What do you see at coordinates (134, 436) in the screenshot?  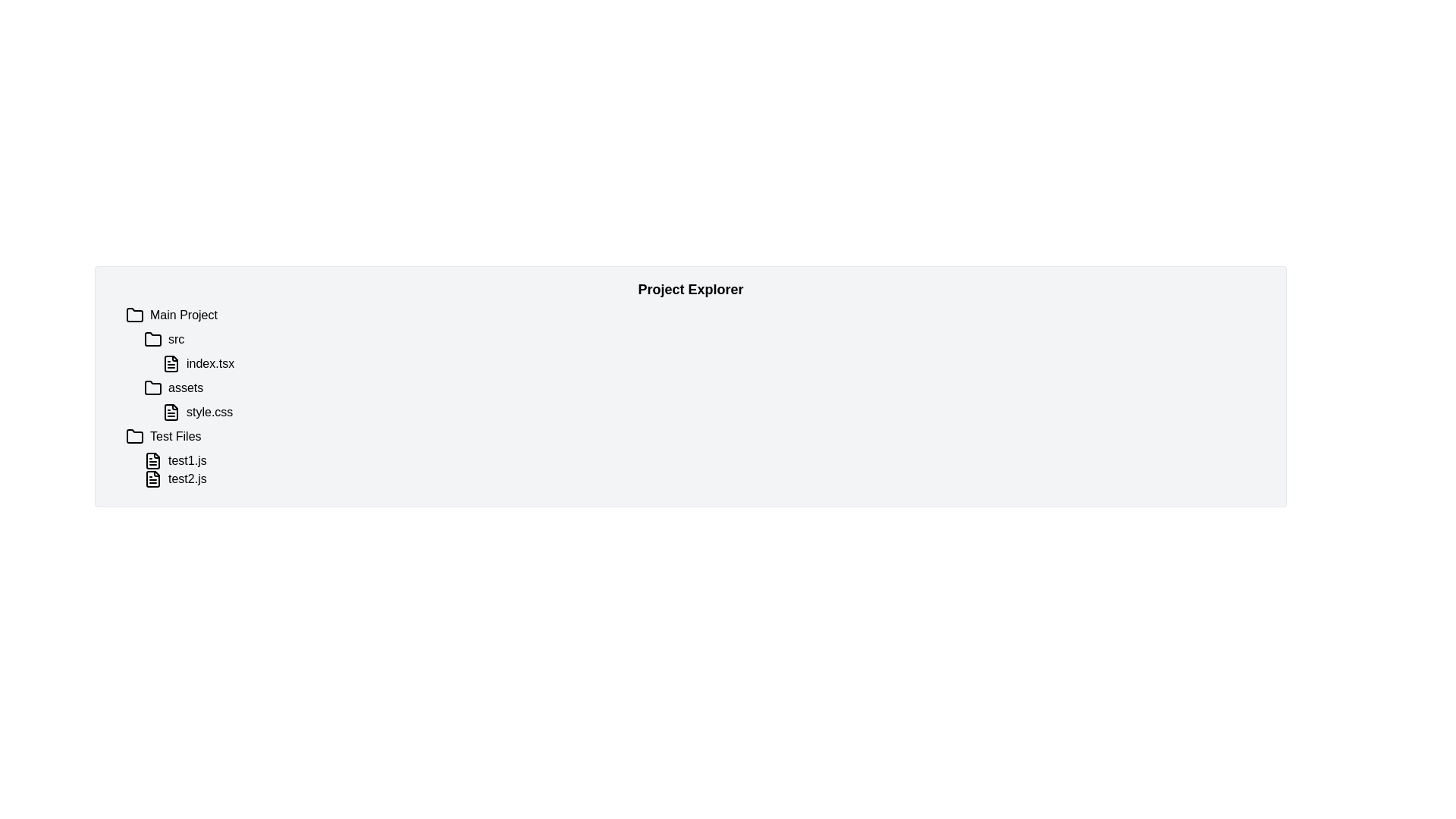 I see `the folder icon located on the left side of the label 'Test Files'` at bounding box center [134, 436].